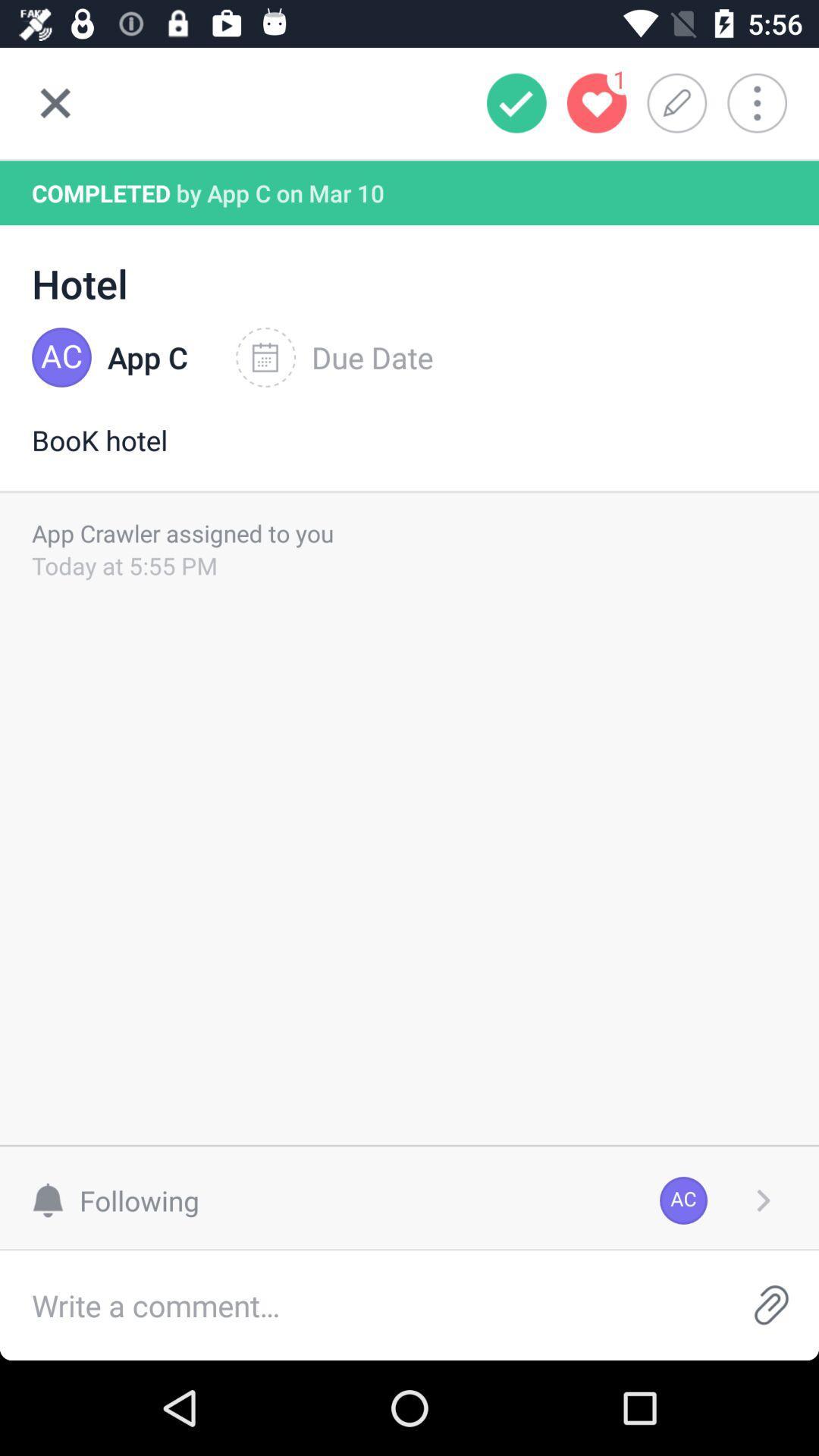 The image size is (819, 1456). I want to click on the item next to the ac item, so click(122, 1200).